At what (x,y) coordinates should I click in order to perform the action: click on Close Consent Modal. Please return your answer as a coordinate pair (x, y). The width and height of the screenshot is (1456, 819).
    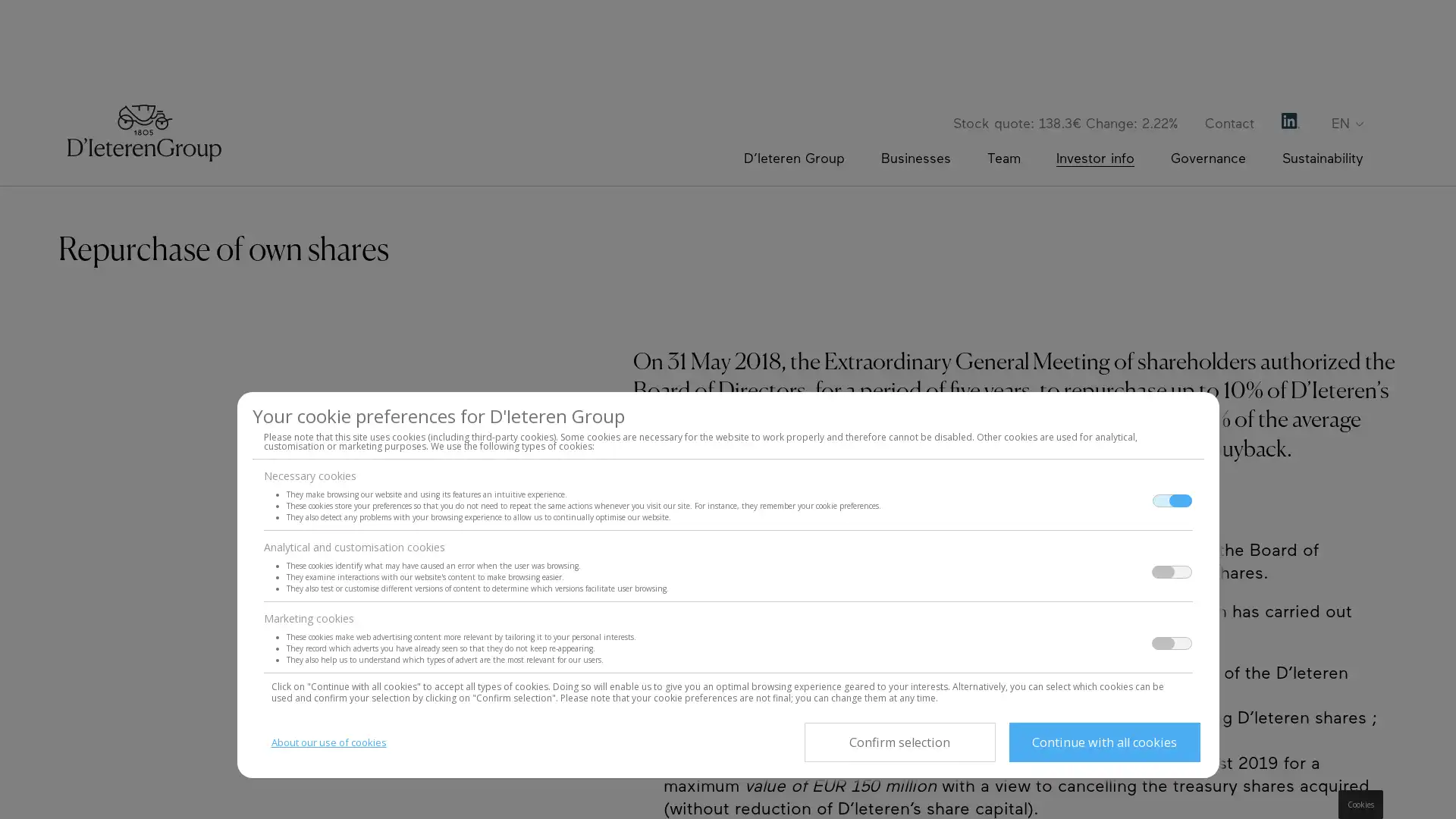
    Looking at the image, I should click on (1103, 742).